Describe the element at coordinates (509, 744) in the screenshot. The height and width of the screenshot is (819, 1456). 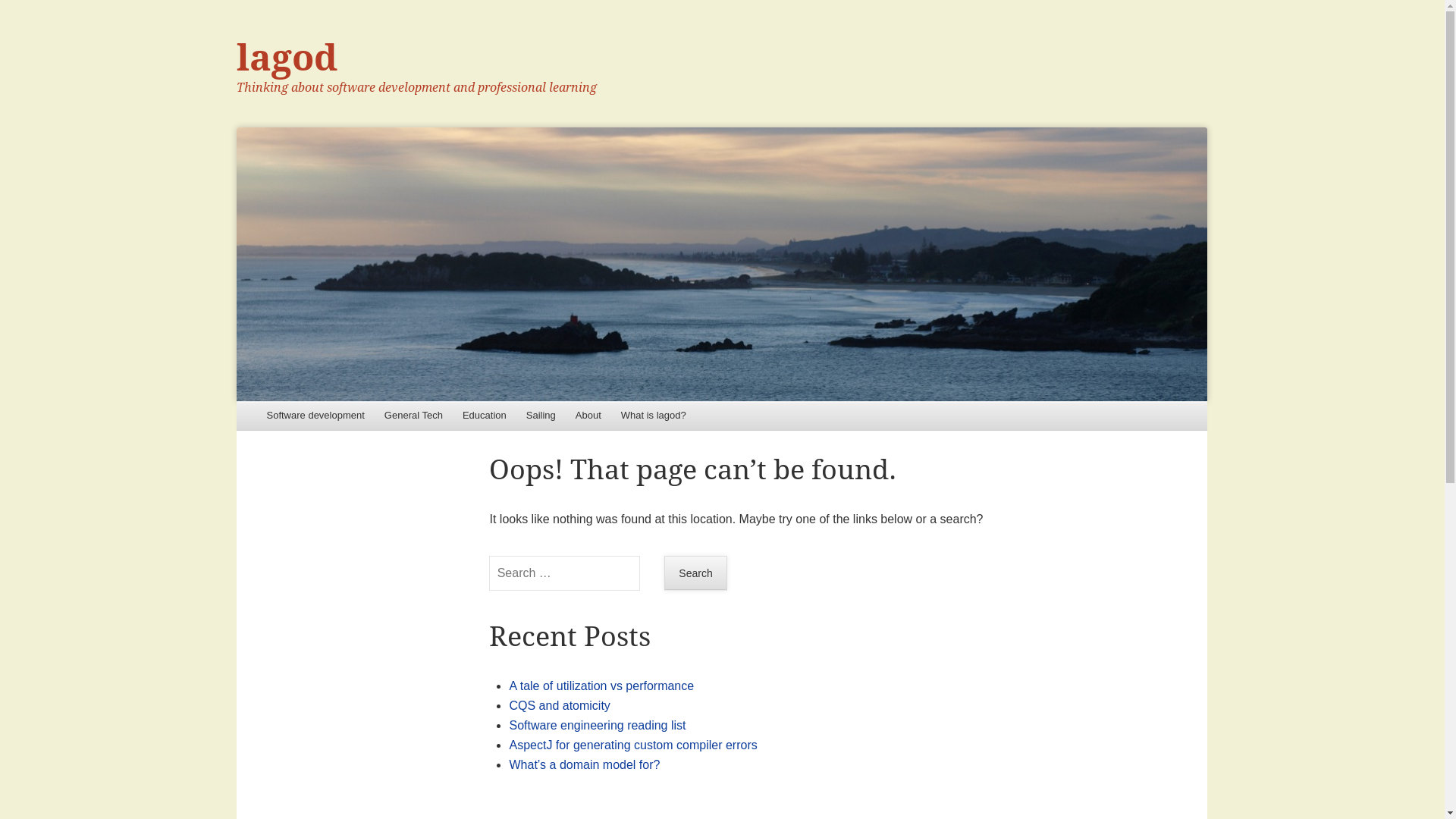
I see `'AspectJ for generating custom compiler errors'` at that location.